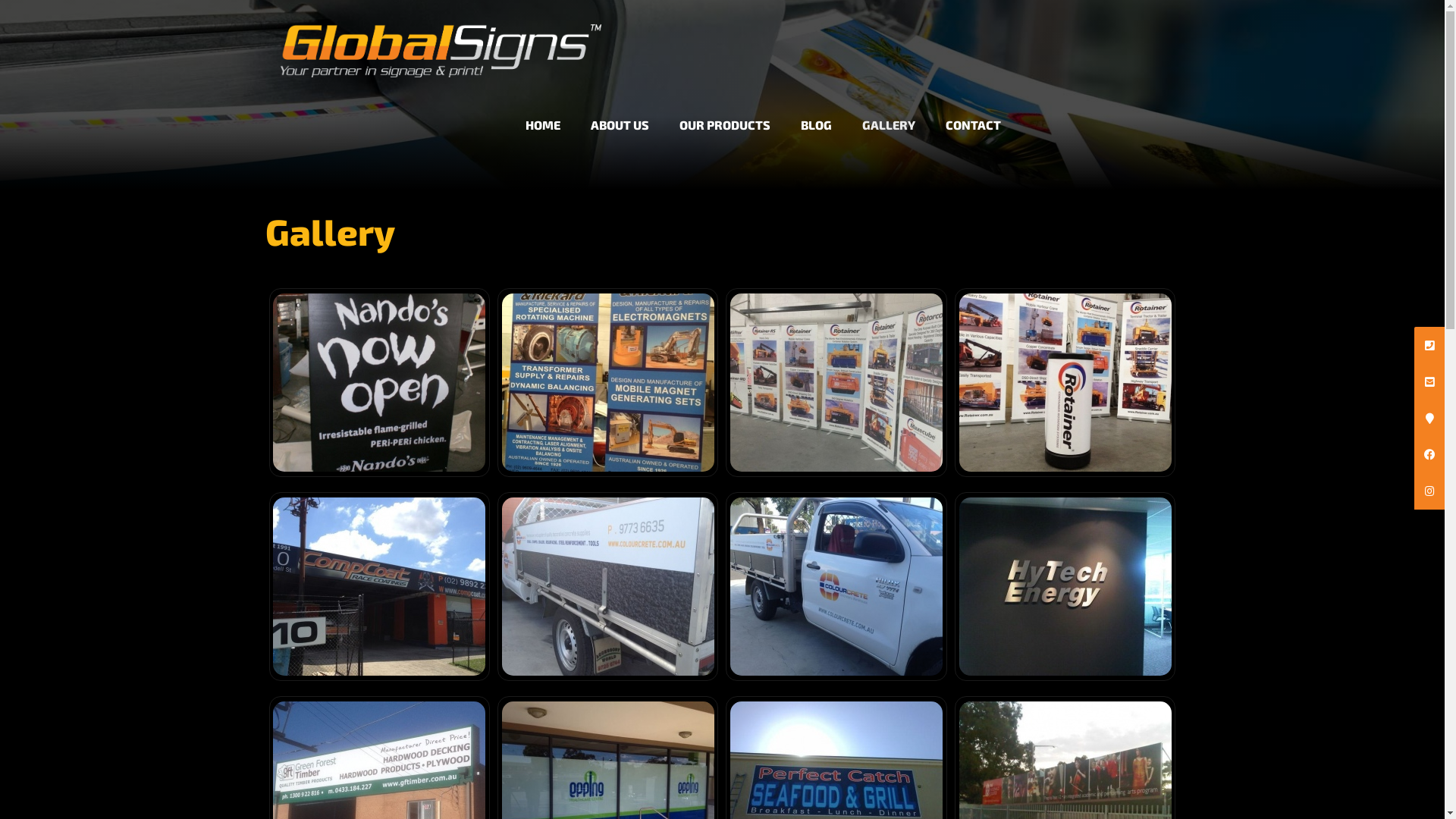 The height and width of the screenshot is (819, 1456). What do you see at coordinates (620, 111) in the screenshot?
I see `'ABOUT US'` at bounding box center [620, 111].